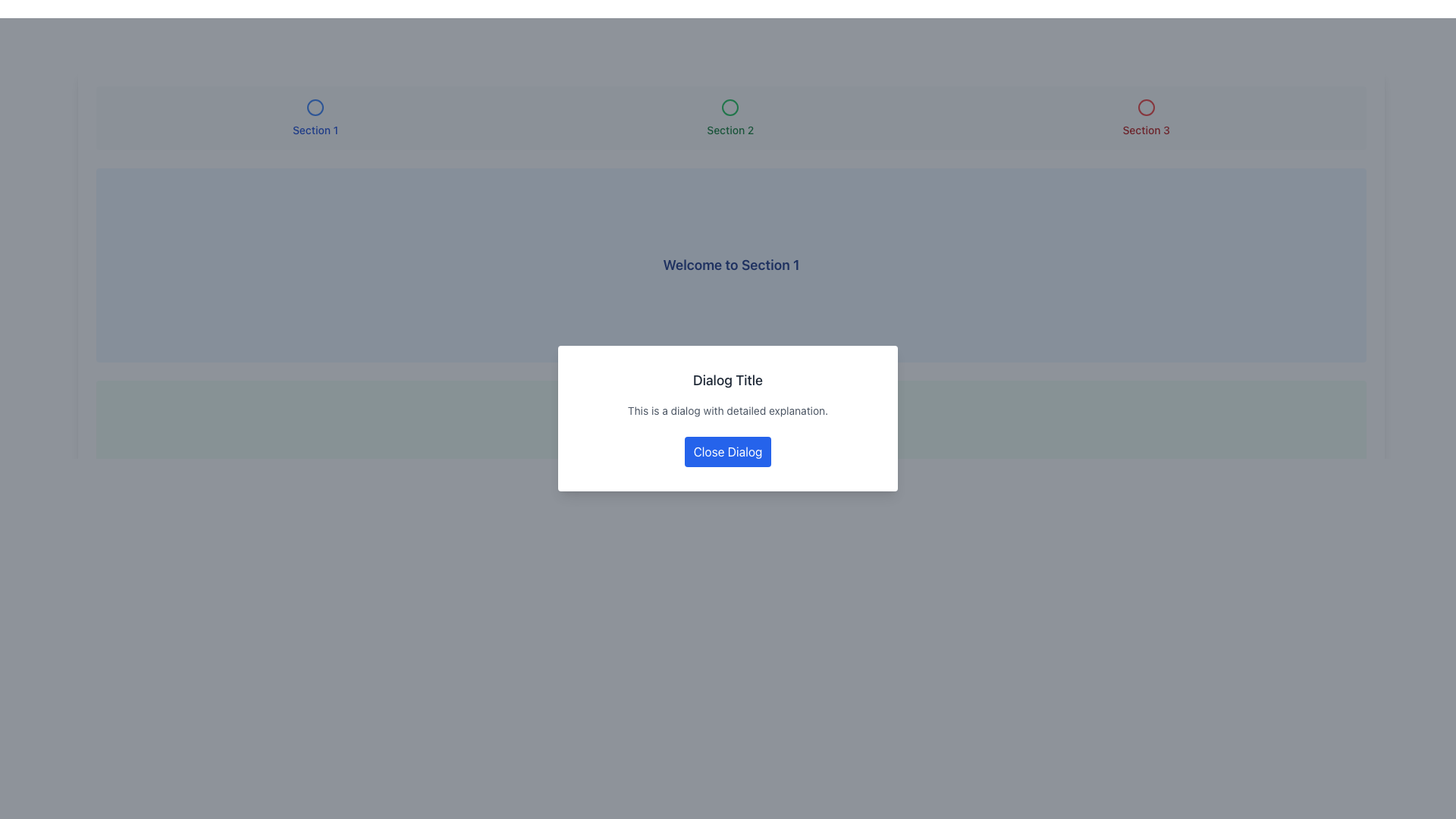 Image resolution: width=1456 pixels, height=819 pixels. What do you see at coordinates (730, 117) in the screenshot?
I see `the Interactive button-like link labeled 'Section 2' to trigger hover effects` at bounding box center [730, 117].